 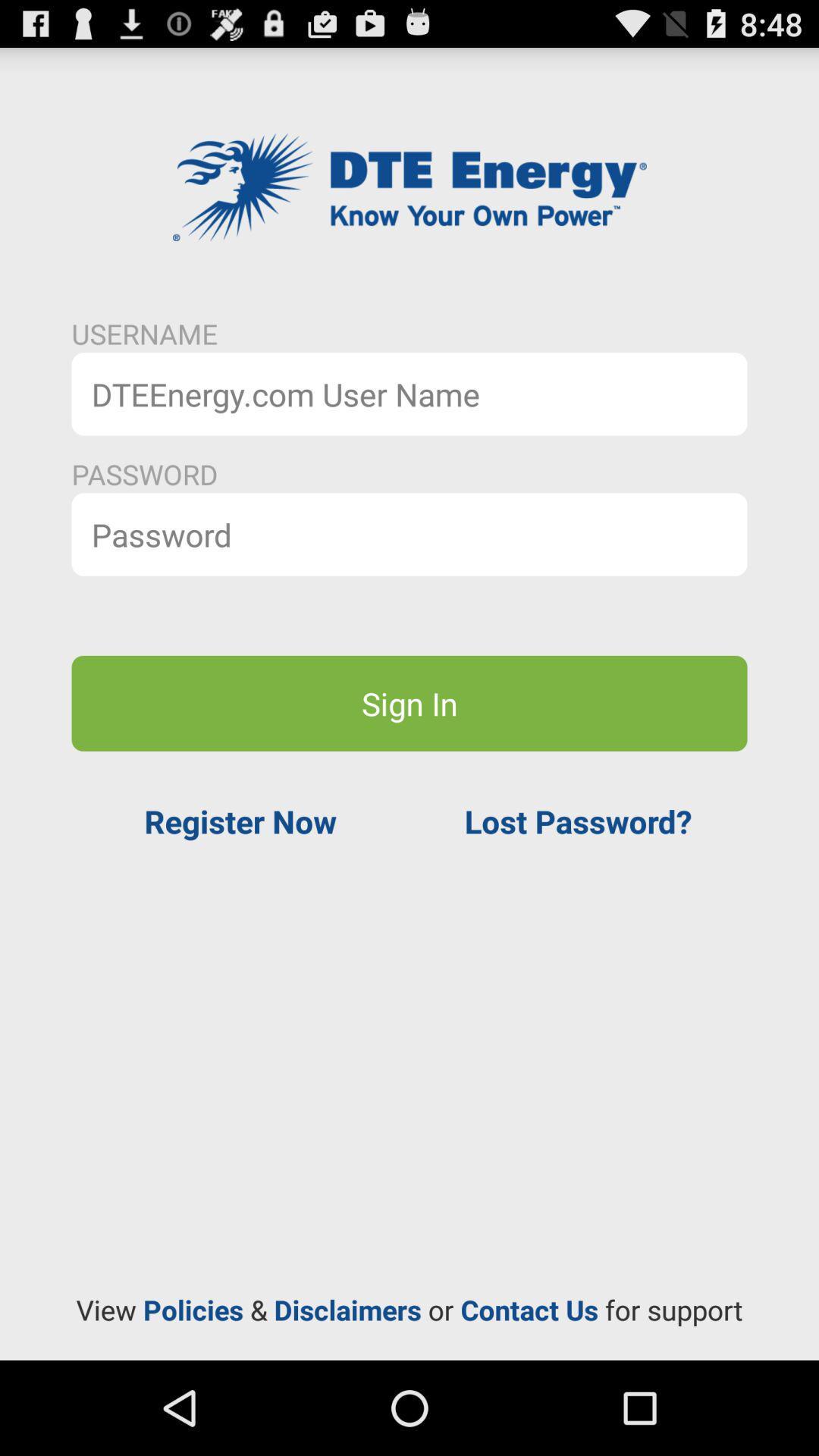 I want to click on item below the sign in button, so click(x=578, y=821).